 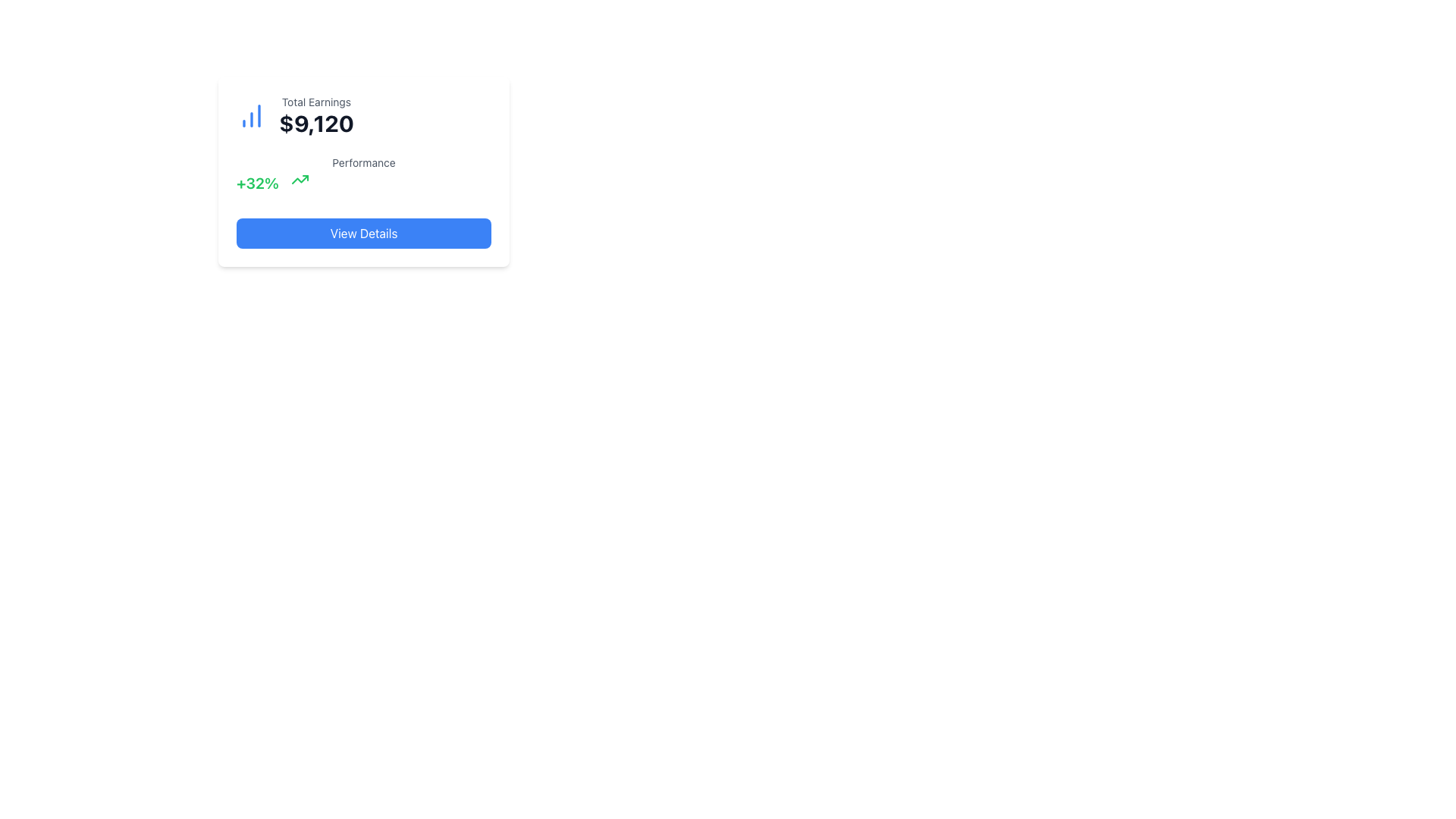 What do you see at coordinates (300, 178) in the screenshot?
I see `the upward trending arrow icon with a thin green stroke, located near the '+32%' text indicating growth within a card displaying earnings and performance metrics` at bounding box center [300, 178].